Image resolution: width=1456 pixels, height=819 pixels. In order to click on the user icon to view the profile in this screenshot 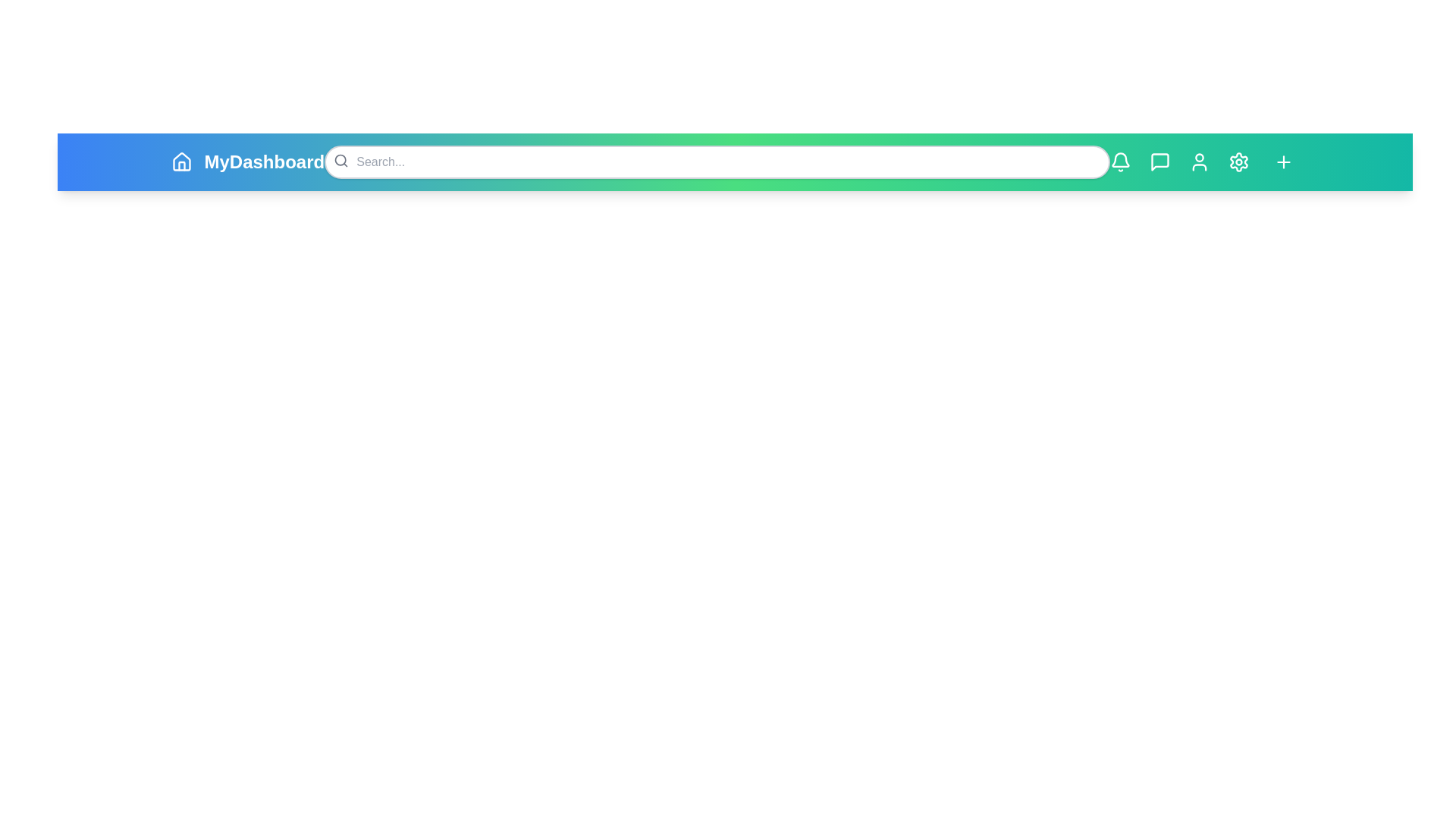, I will do `click(1198, 162)`.